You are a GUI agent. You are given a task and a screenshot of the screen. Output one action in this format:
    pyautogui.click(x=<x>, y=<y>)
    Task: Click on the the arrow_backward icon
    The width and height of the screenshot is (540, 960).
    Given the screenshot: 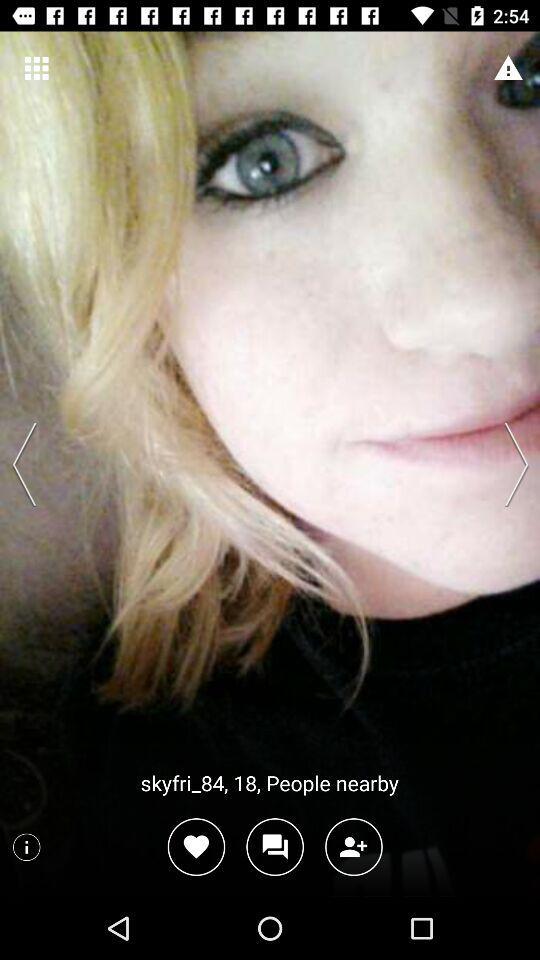 What is the action you would take?
    pyautogui.click(x=28, y=464)
    